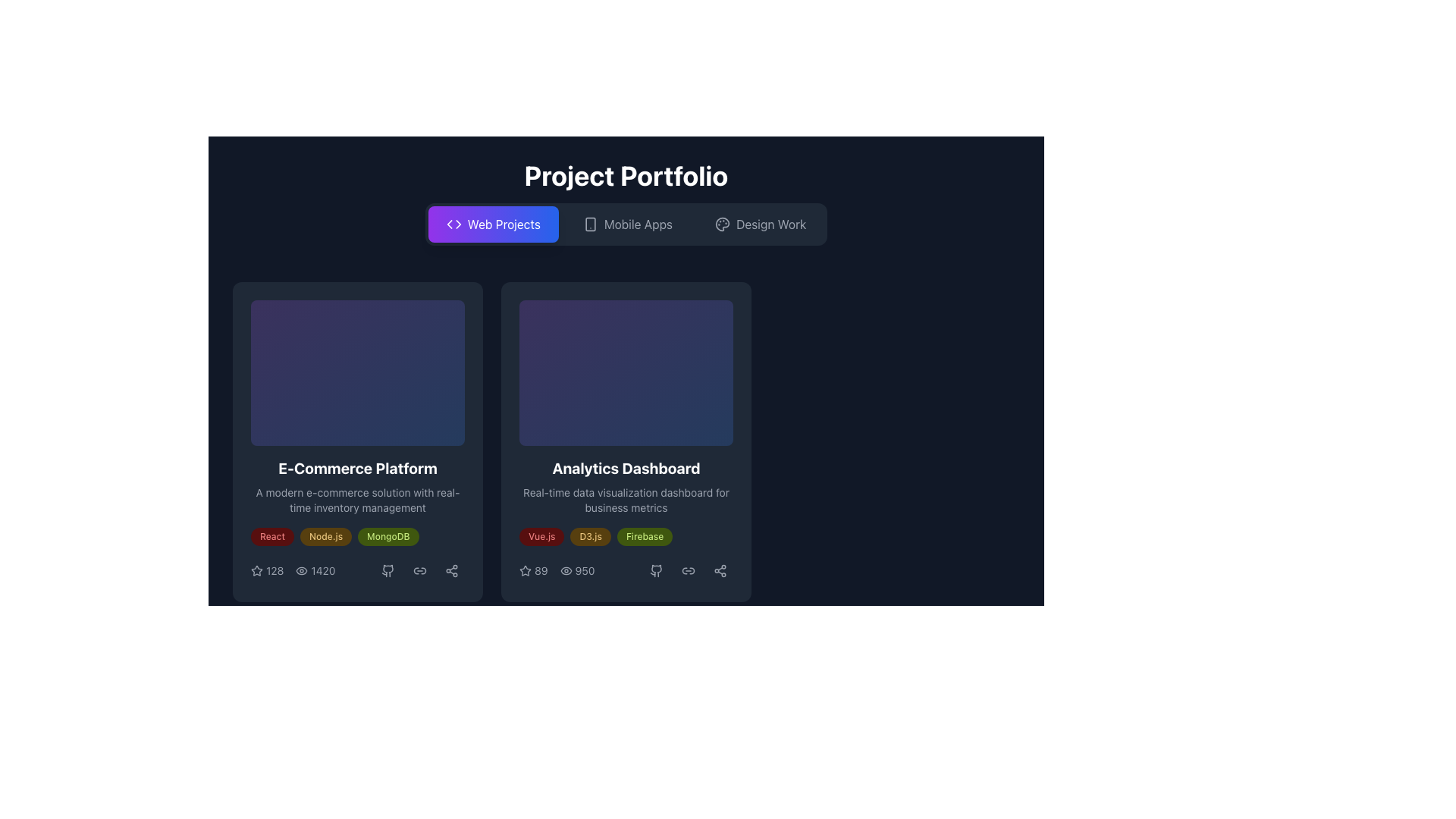  What do you see at coordinates (761, 224) in the screenshot?
I see `the 'Design Work' button` at bounding box center [761, 224].